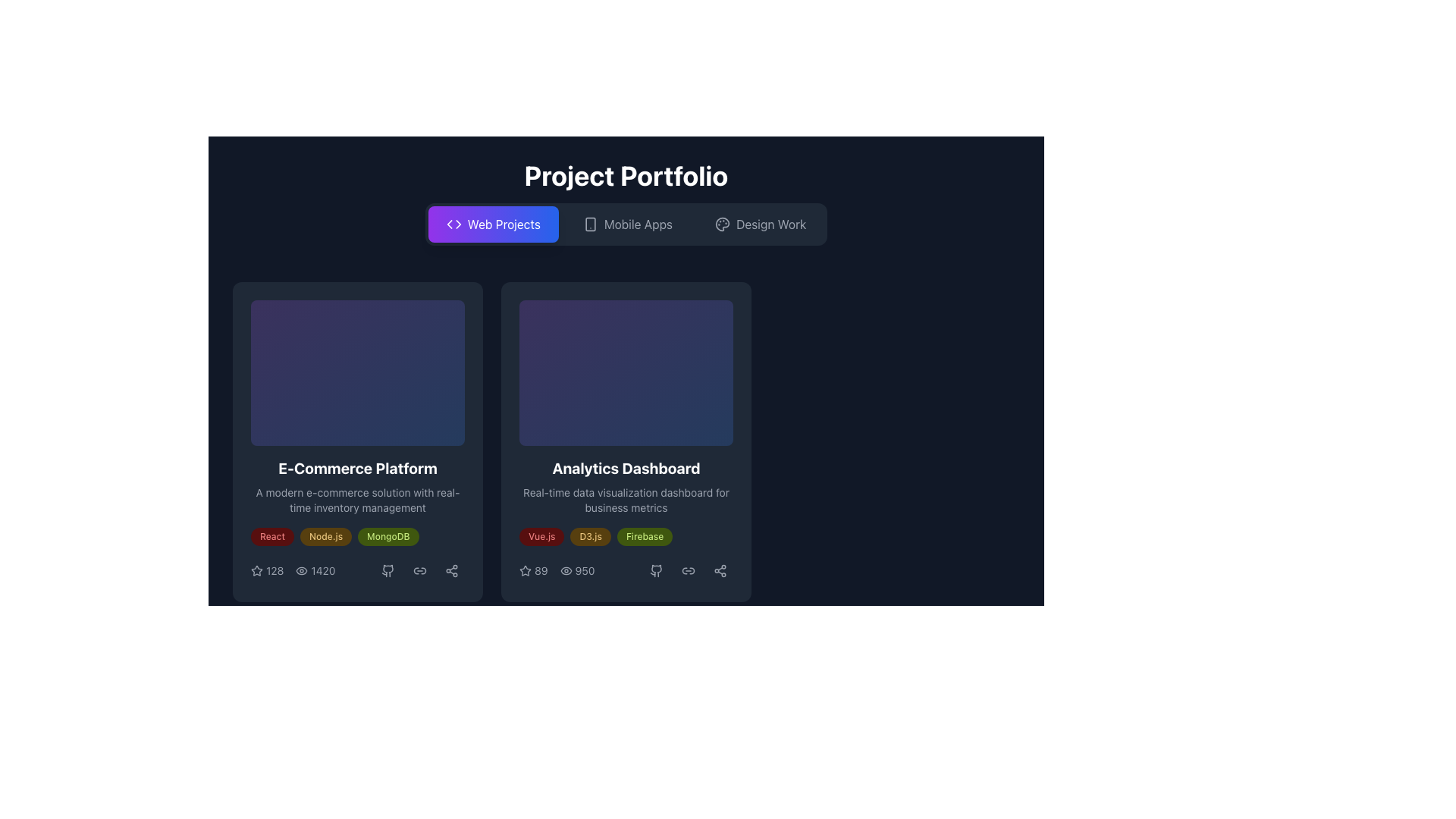  What do you see at coordinates (761, 224) in the screenshot?
I see `the 'Design Work' button` at bounding box center [761, 224].